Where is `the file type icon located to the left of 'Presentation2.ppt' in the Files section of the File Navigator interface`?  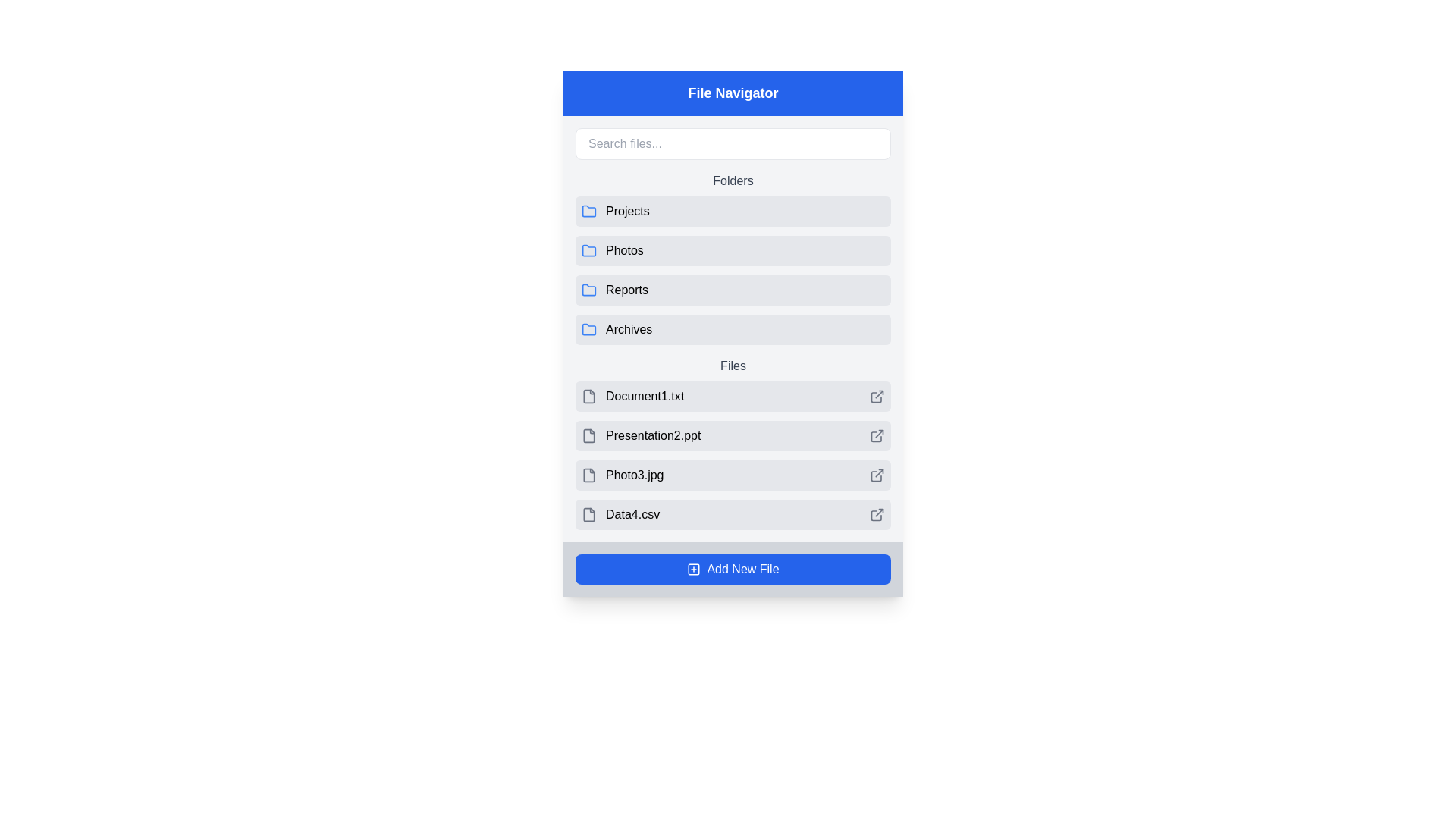
the file type icon located to the left of 'Presentation2.ppt' in the Files section of the File Navigator interface is located at coordinates (588, 435).